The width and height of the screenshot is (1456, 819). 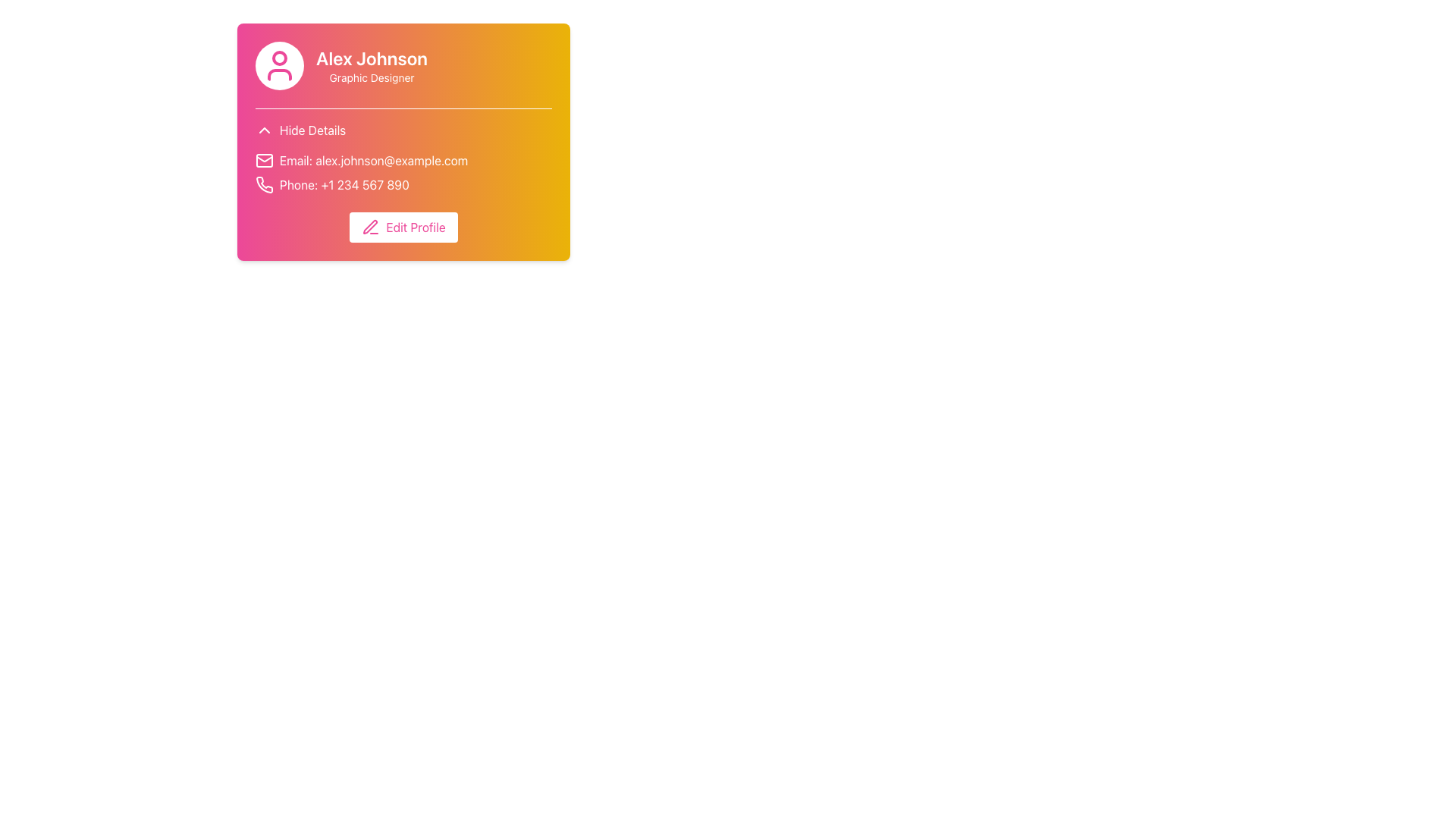 What do you see at coordinates (265, 161) in the screenshot?
I see `the inner envelope part of the pinkish-red mail icon located in the user detail card to the left of the email address text` at bounding box center [265, 161].